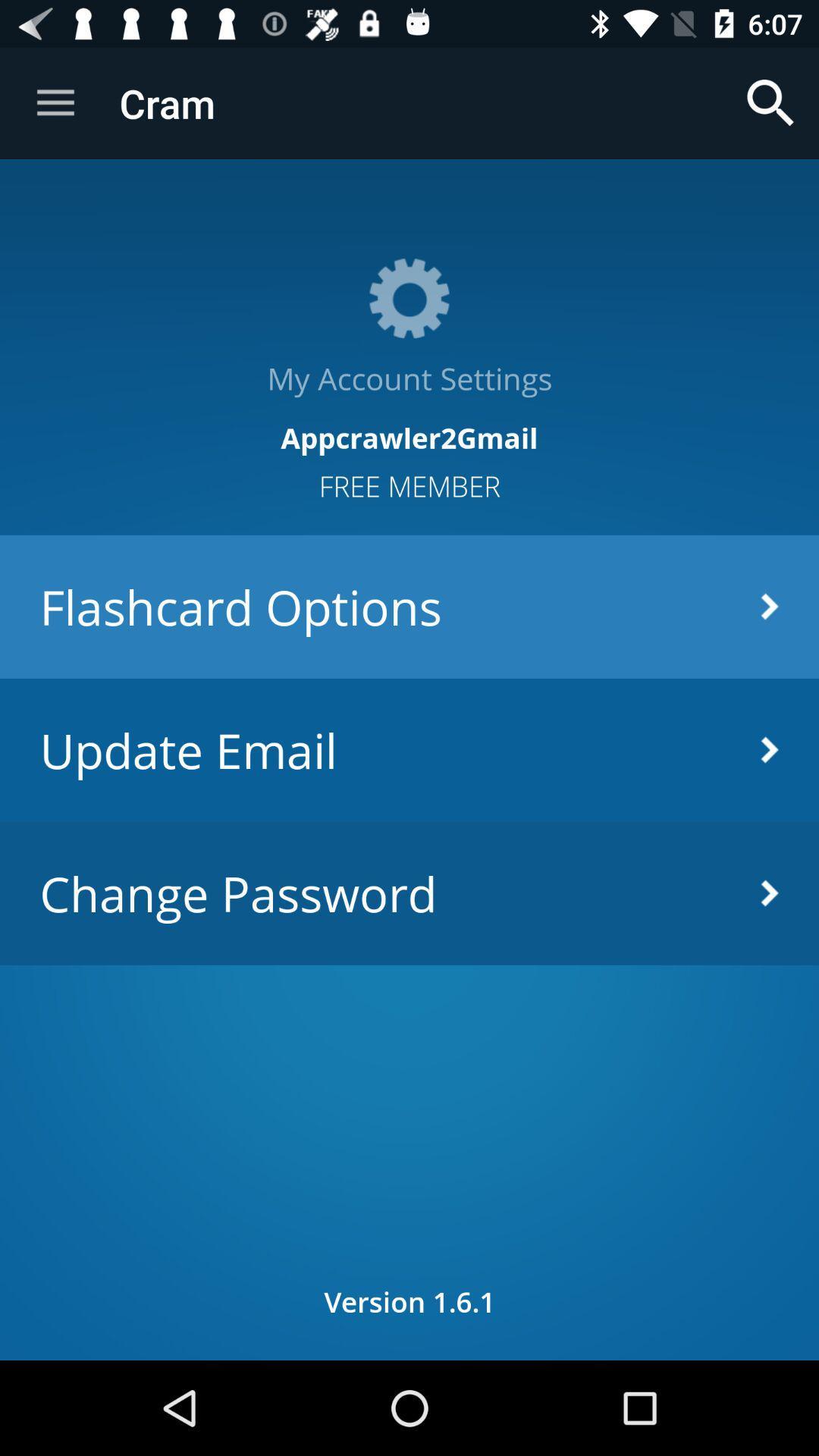  What do you see at coordinates (771, 102) in the screenshot?
I see `the app next to cram item` at bounding box center [771, 102].